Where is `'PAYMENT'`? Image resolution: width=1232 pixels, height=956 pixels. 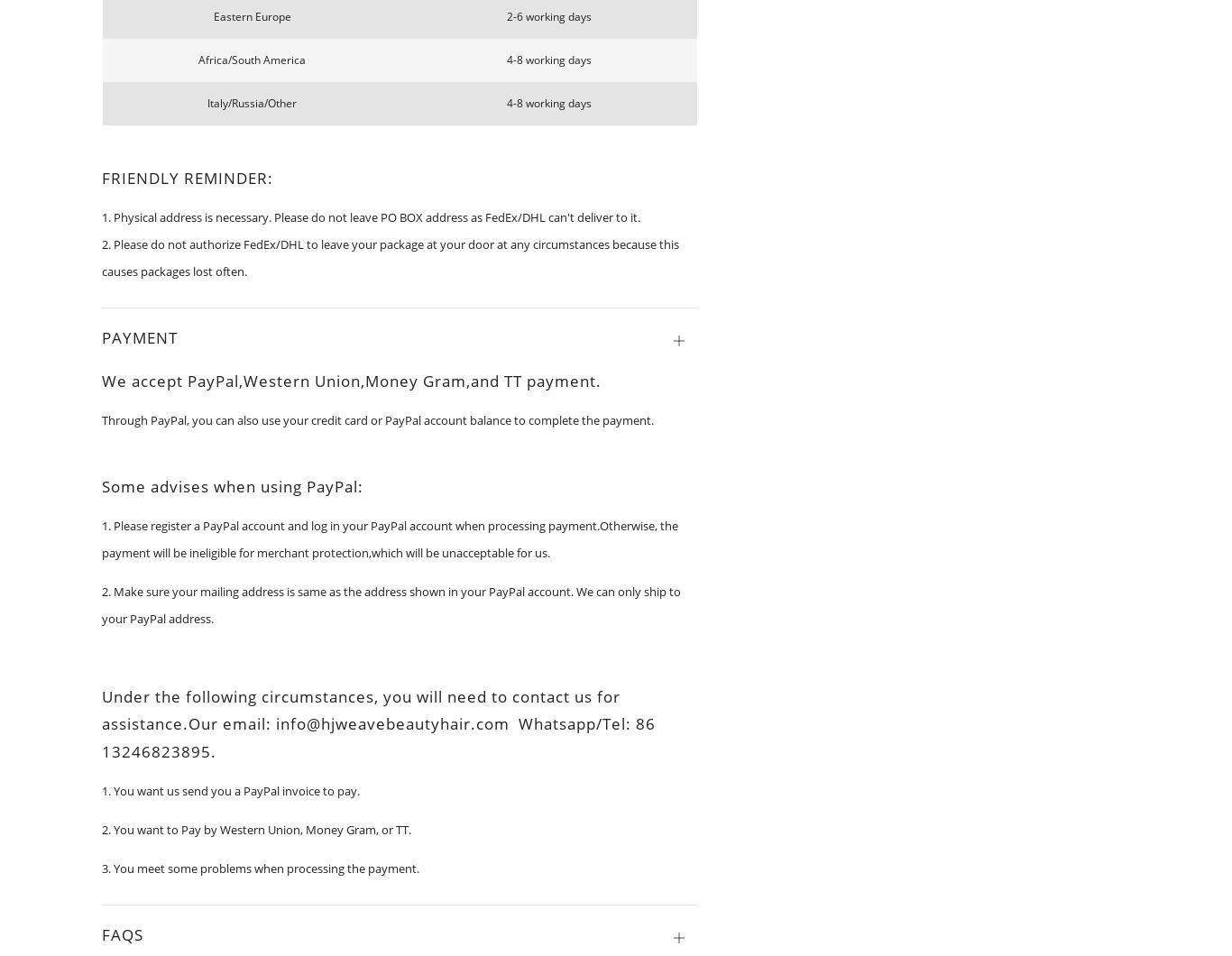 'PAYMENT' is located at coordinates (139, 336).